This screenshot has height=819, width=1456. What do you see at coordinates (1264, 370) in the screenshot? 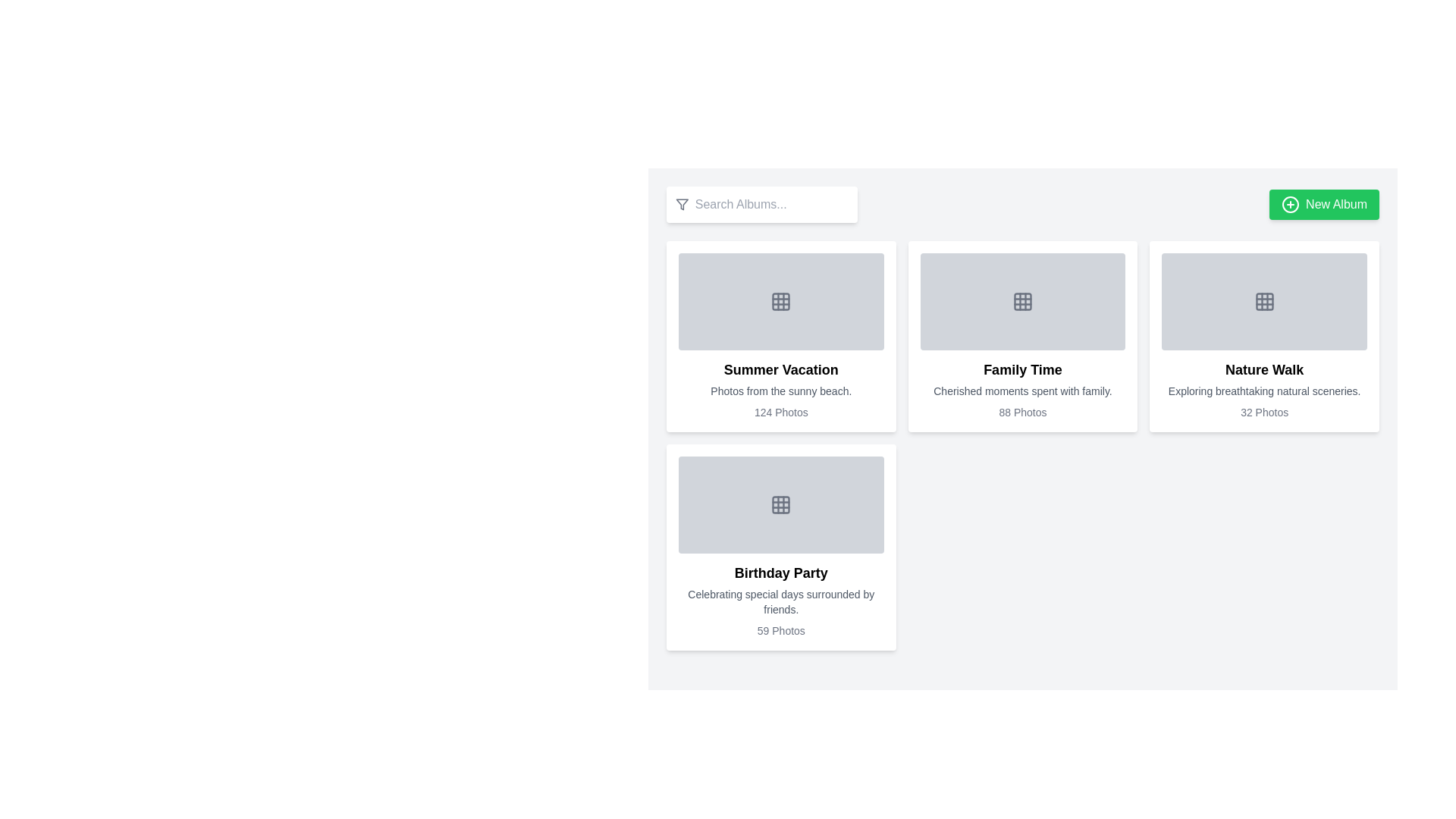
I see `the text label displaying 'Nature Walk', styled in bold and large font, located at the upper center of the card in the third column of the grid layout` at bounding box center [1264, 370].